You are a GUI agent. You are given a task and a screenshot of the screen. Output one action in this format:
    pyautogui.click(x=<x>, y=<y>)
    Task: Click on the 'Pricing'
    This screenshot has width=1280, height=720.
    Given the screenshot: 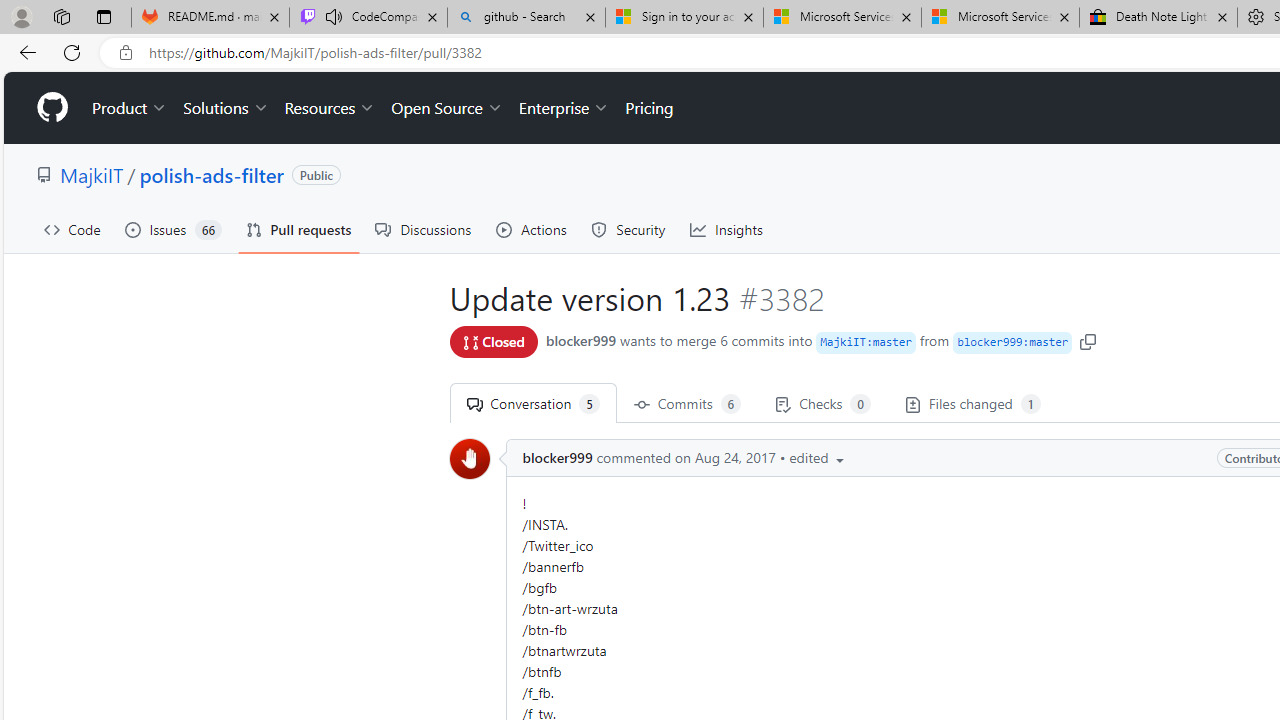 What is the action you would take?
    pyautogui.click(x=649, y=108)
    